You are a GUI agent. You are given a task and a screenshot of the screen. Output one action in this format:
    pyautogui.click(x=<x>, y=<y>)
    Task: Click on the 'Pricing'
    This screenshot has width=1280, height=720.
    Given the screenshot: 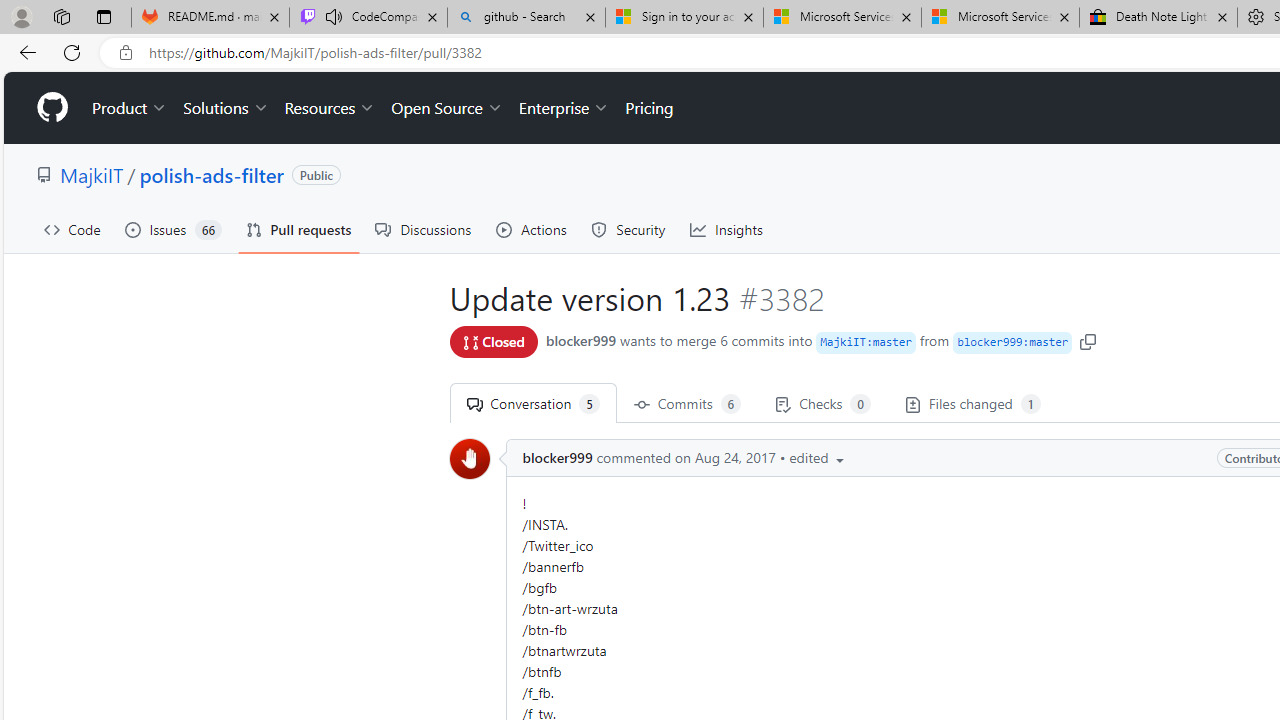 What is the action you would take?
    pyautogui.click(x=649, y=108)
    